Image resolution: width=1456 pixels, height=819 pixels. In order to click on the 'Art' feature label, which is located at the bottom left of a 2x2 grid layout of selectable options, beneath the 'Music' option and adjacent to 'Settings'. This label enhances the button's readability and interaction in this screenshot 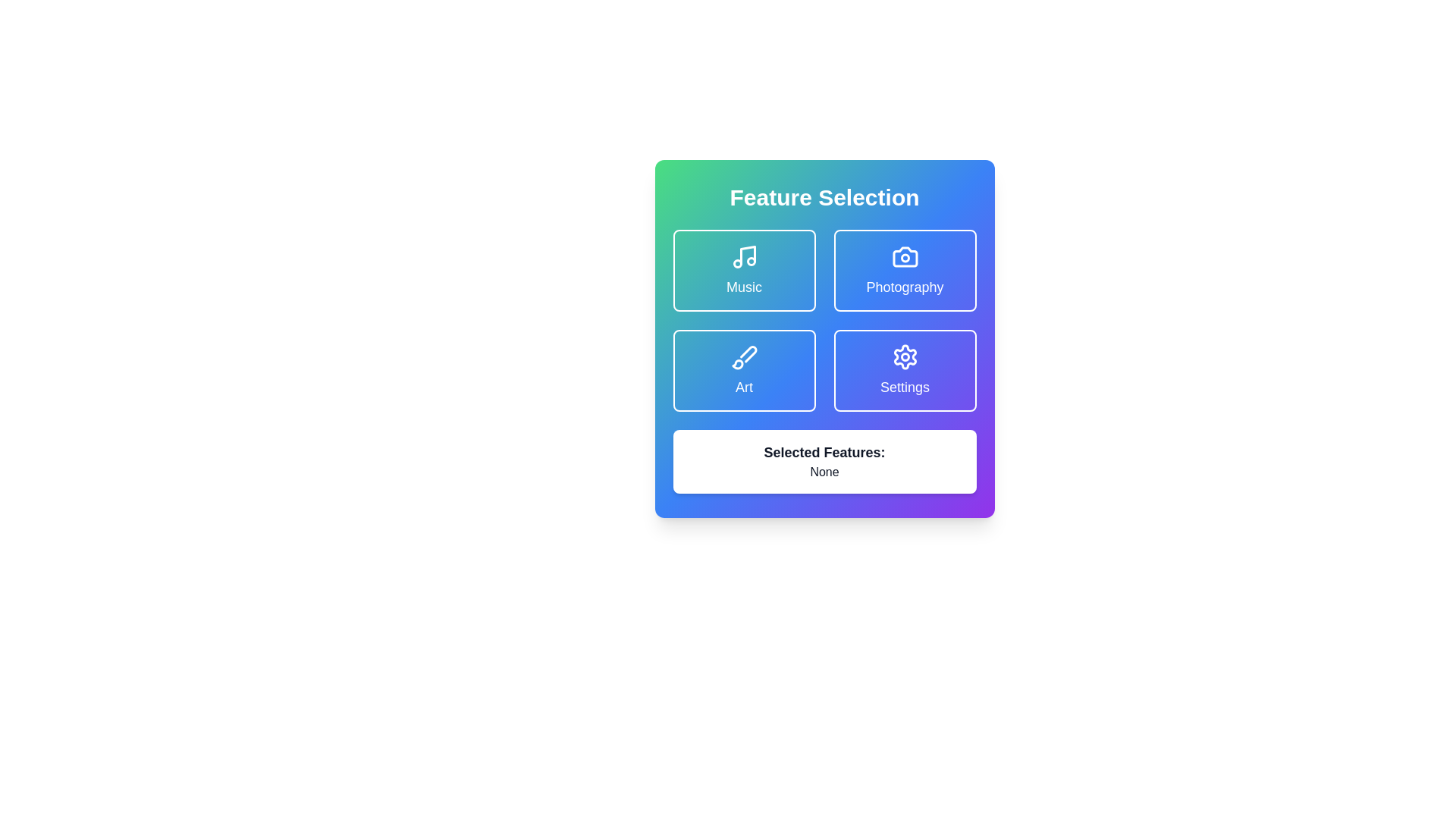, I will do `click(744, 386)`.